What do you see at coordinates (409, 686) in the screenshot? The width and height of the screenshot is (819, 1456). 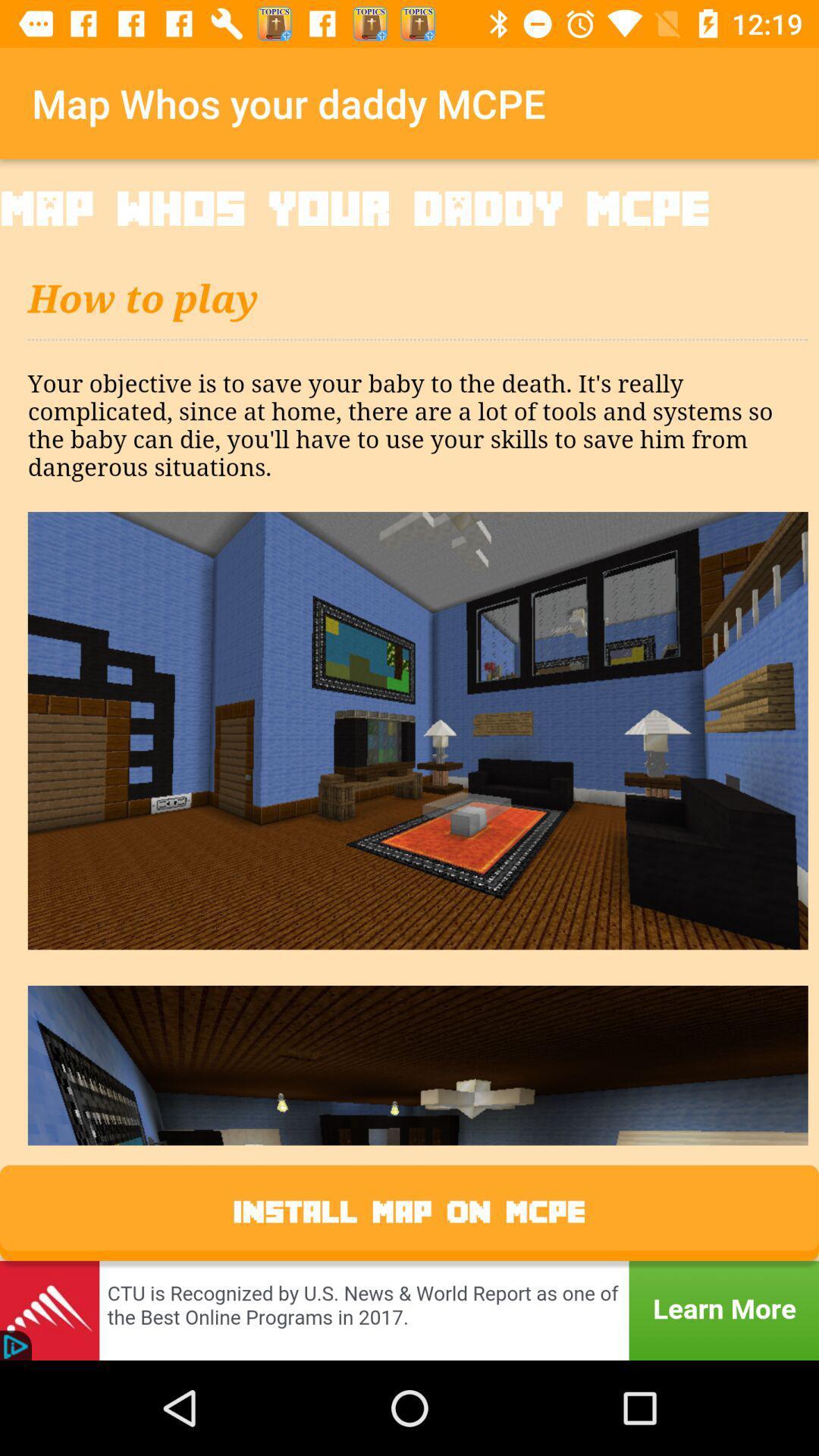 I see `click on icon` at bounding box center [409, 686].